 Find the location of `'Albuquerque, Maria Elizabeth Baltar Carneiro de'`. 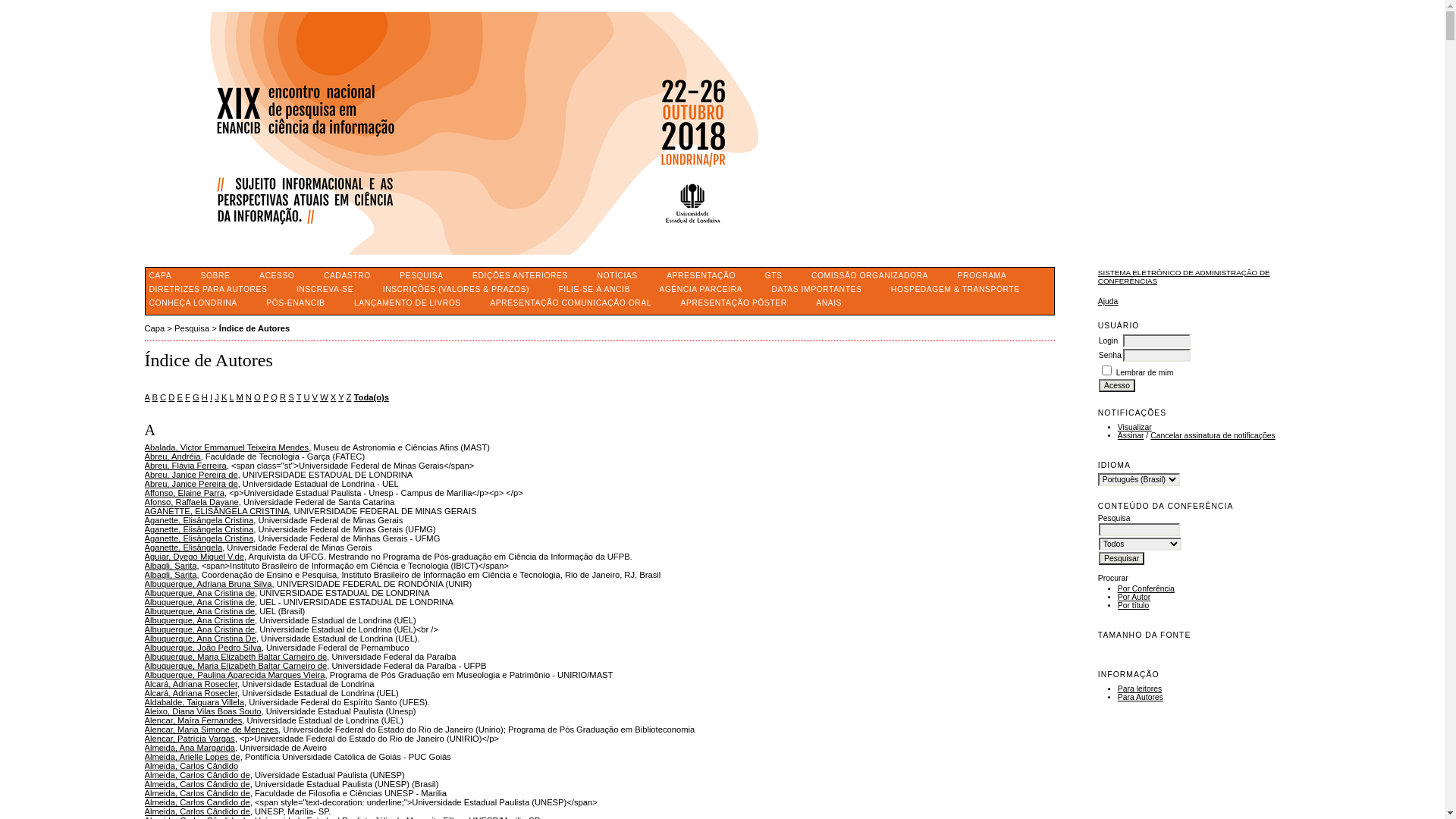

'Albuquerque, Maria Elizabeth Baltar Carneiro de' is located at coordinates (234, 665).